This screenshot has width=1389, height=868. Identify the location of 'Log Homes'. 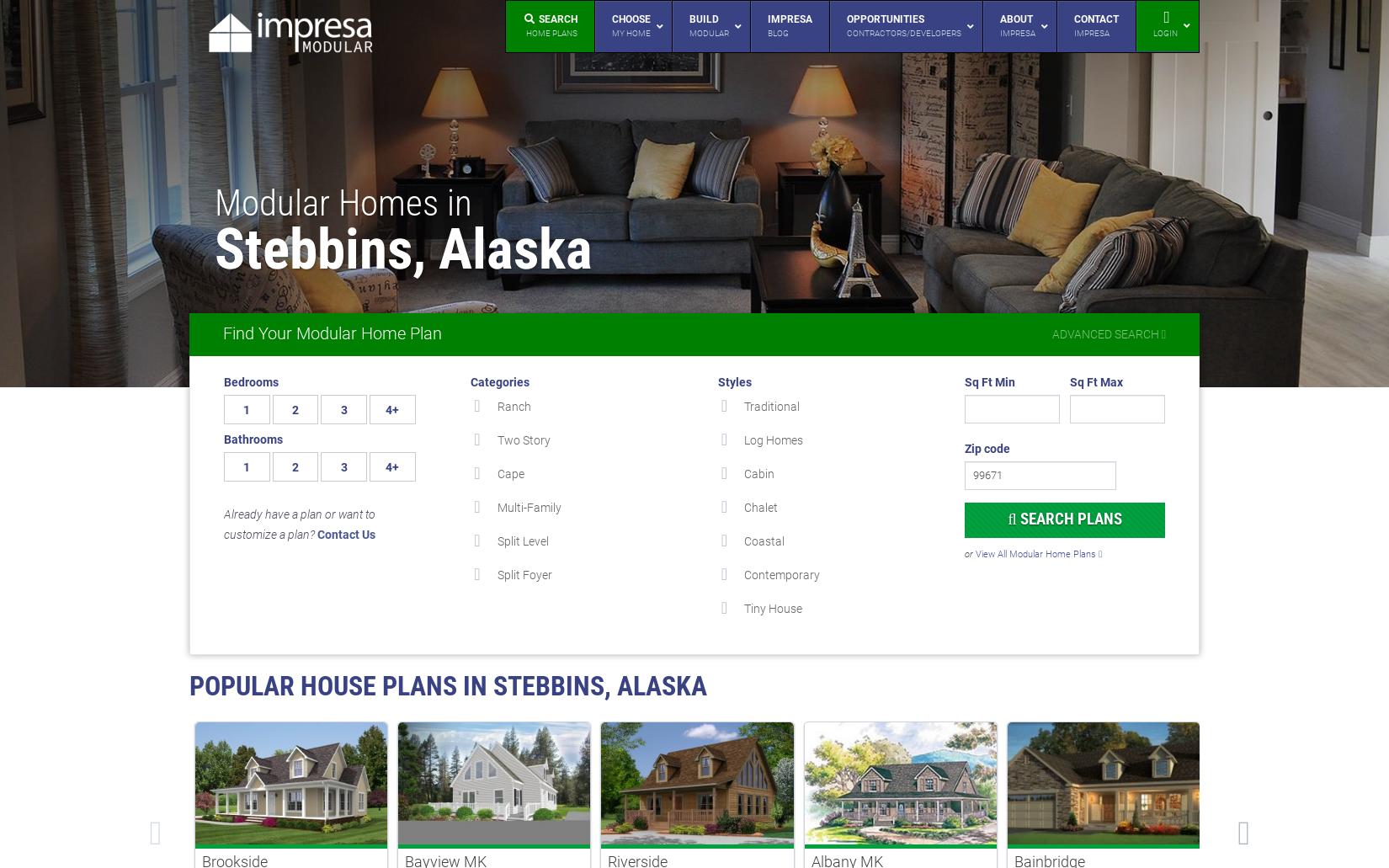
(774, 439).